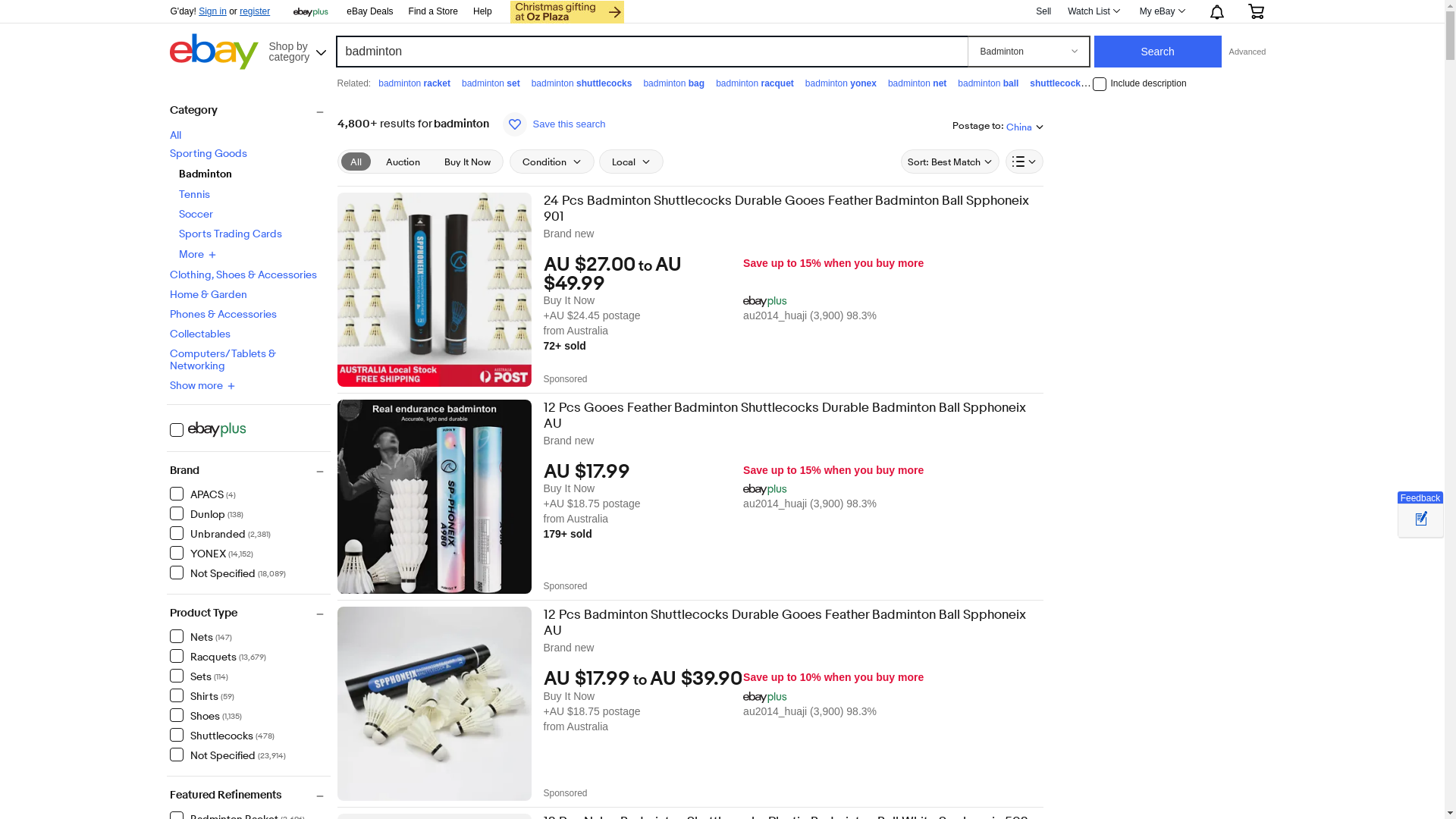 Image resolution: width=1456 pixels, height=819 pixels. Describe the element at coordinates (369, 11) in the screenshot. I see `'eBay Deals'` at that location.